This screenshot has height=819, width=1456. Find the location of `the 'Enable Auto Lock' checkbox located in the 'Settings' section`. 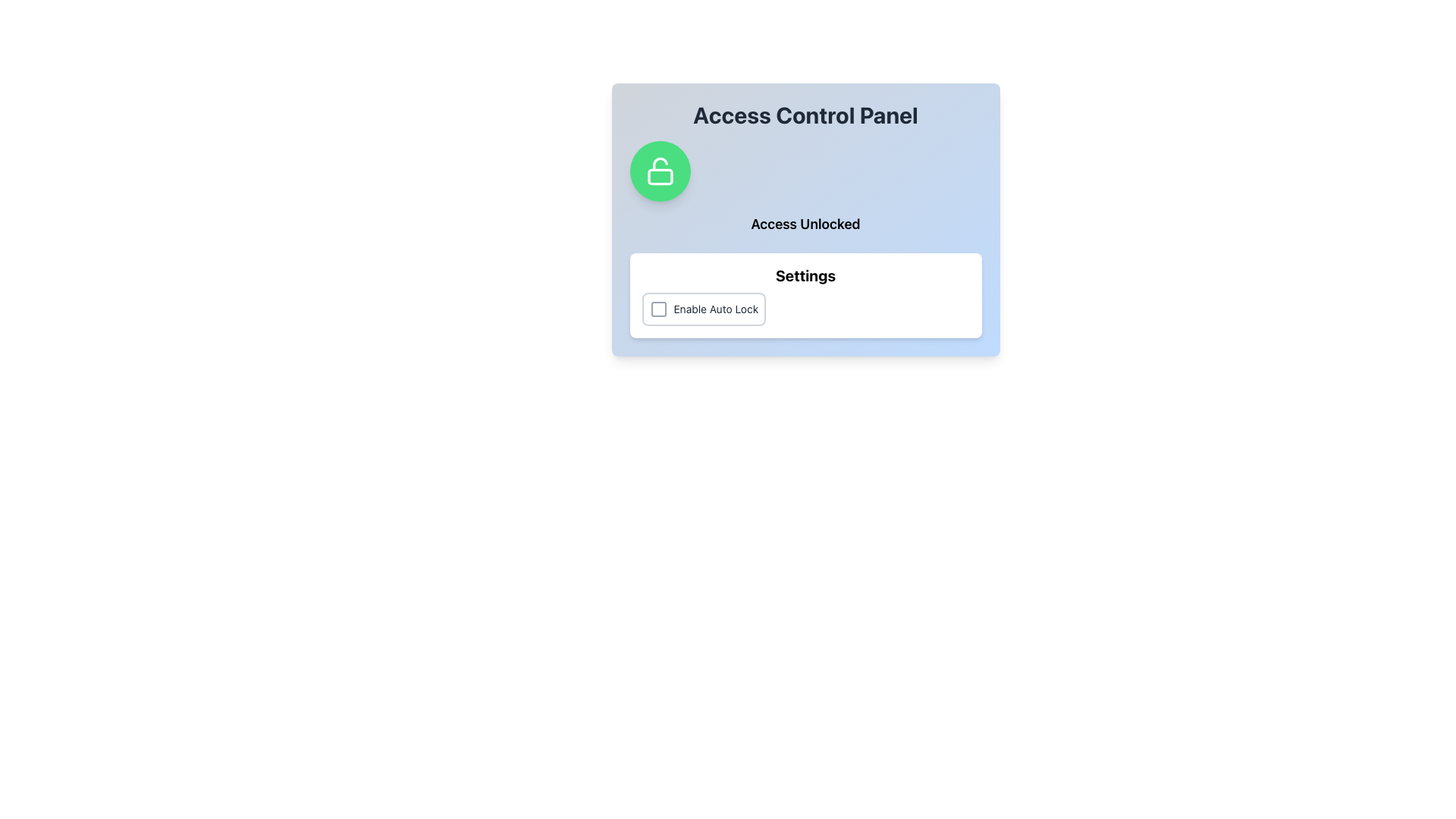

the 'Enable Auto Lock' checkbox located in the 'Settings' section is located at coordinates (805, 309).